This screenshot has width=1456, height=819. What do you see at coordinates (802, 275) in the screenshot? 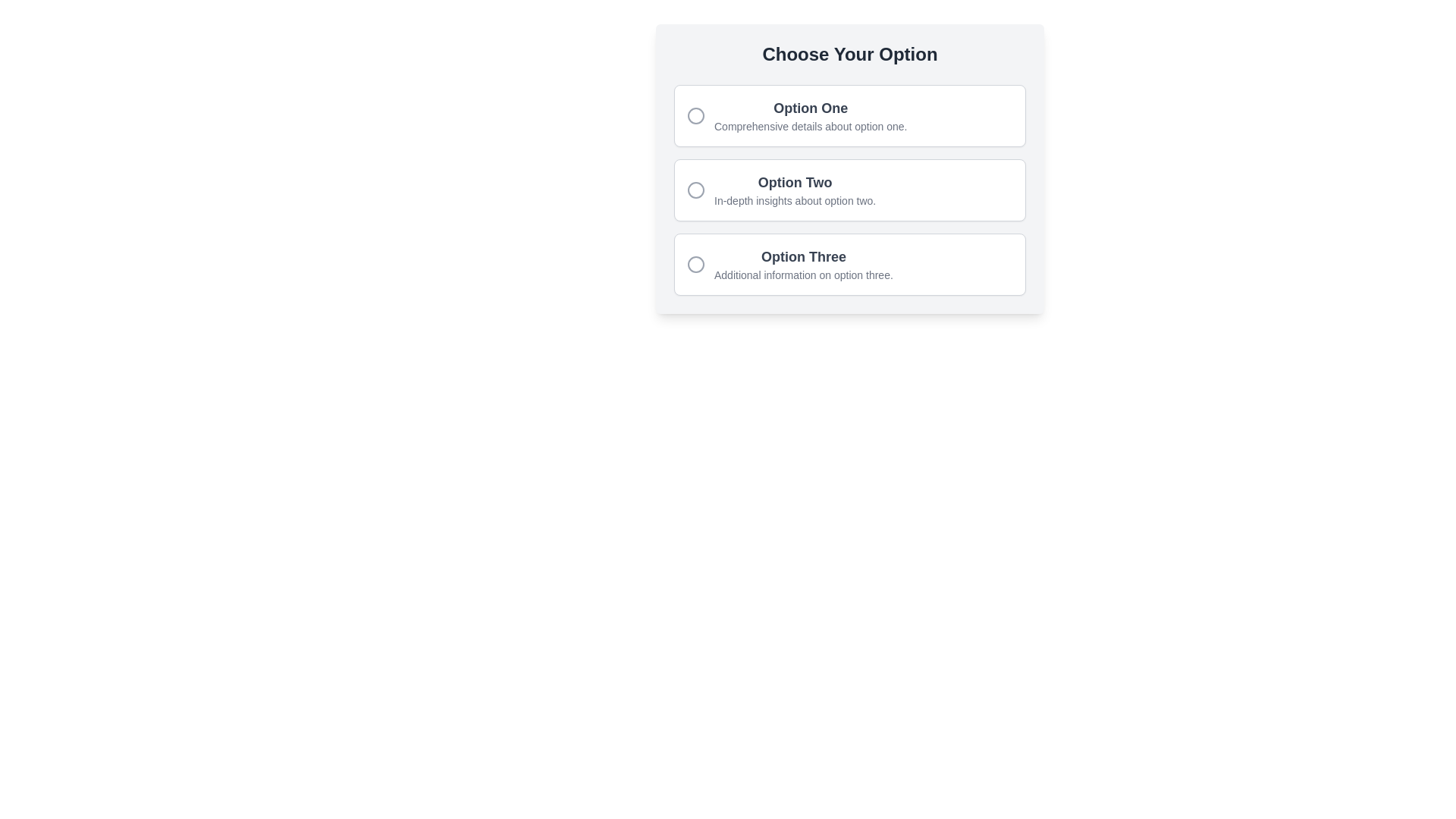
I see `descriptive text located directly under the 'Option Three' choice, which provides additional details about this option` at bounding box center [802, 275].